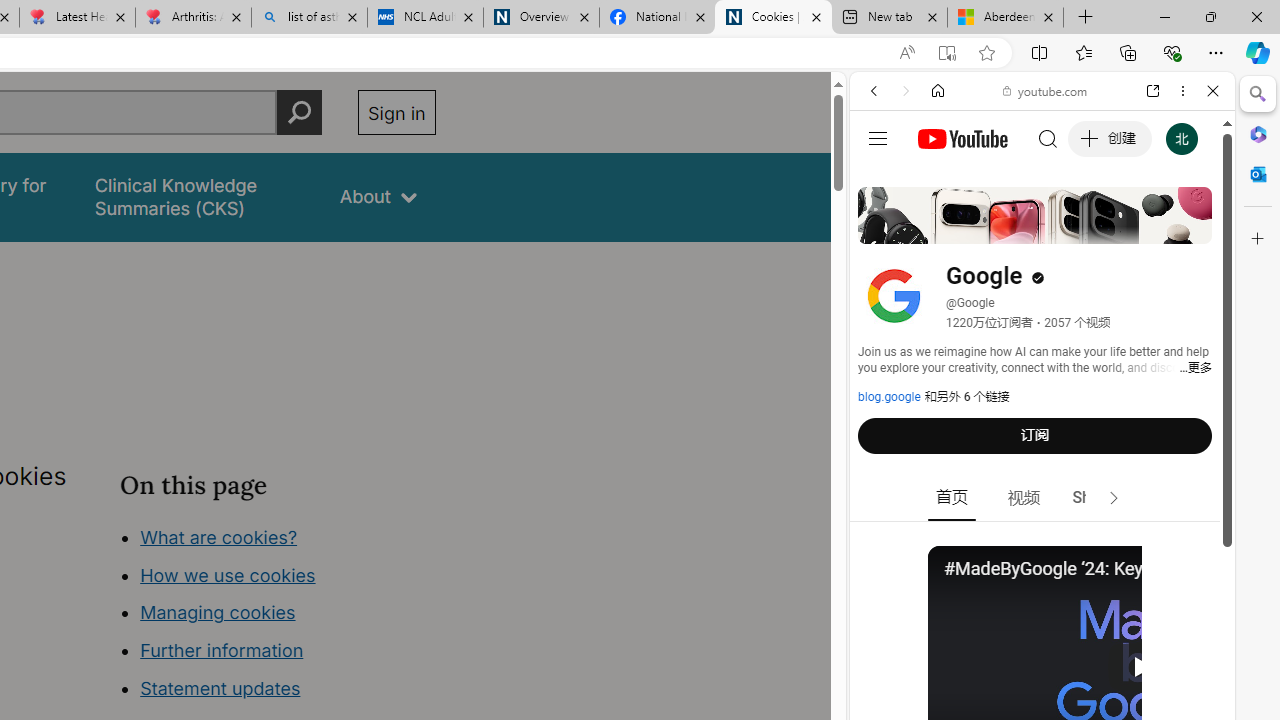 This screenshot has height=720, width=1280. Describe the element at coordinates (1006, 17) in the screenshot. I see `'Aberdeen, Hong Kong SAR hourly forecast | Microsoft Weather'` at that location.